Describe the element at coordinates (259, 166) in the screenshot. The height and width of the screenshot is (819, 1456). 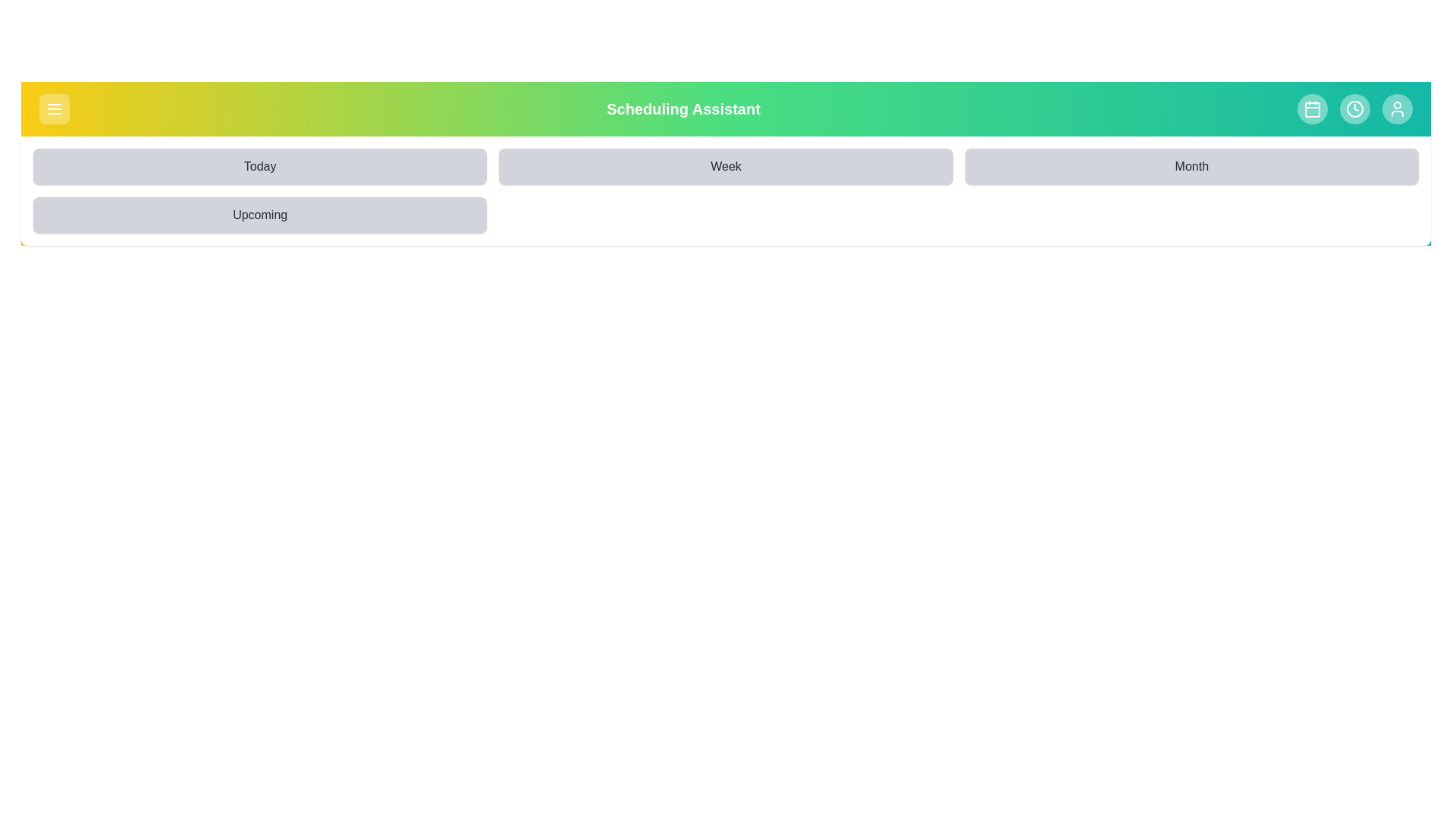
I see `the button corresponding to the selected time period: Today` at that location.